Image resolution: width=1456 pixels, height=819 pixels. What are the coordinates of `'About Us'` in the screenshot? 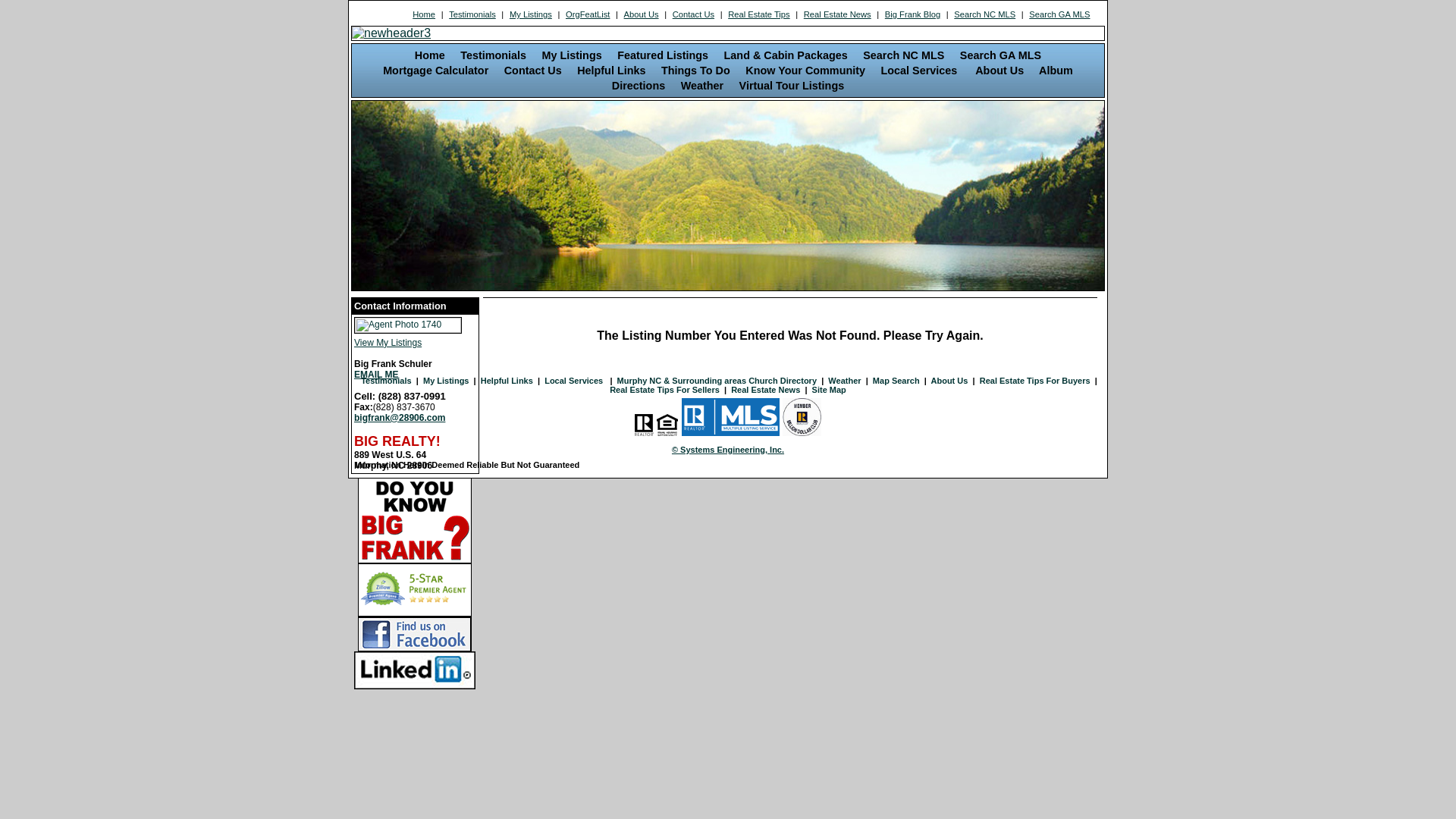 It's located at (999, 70).